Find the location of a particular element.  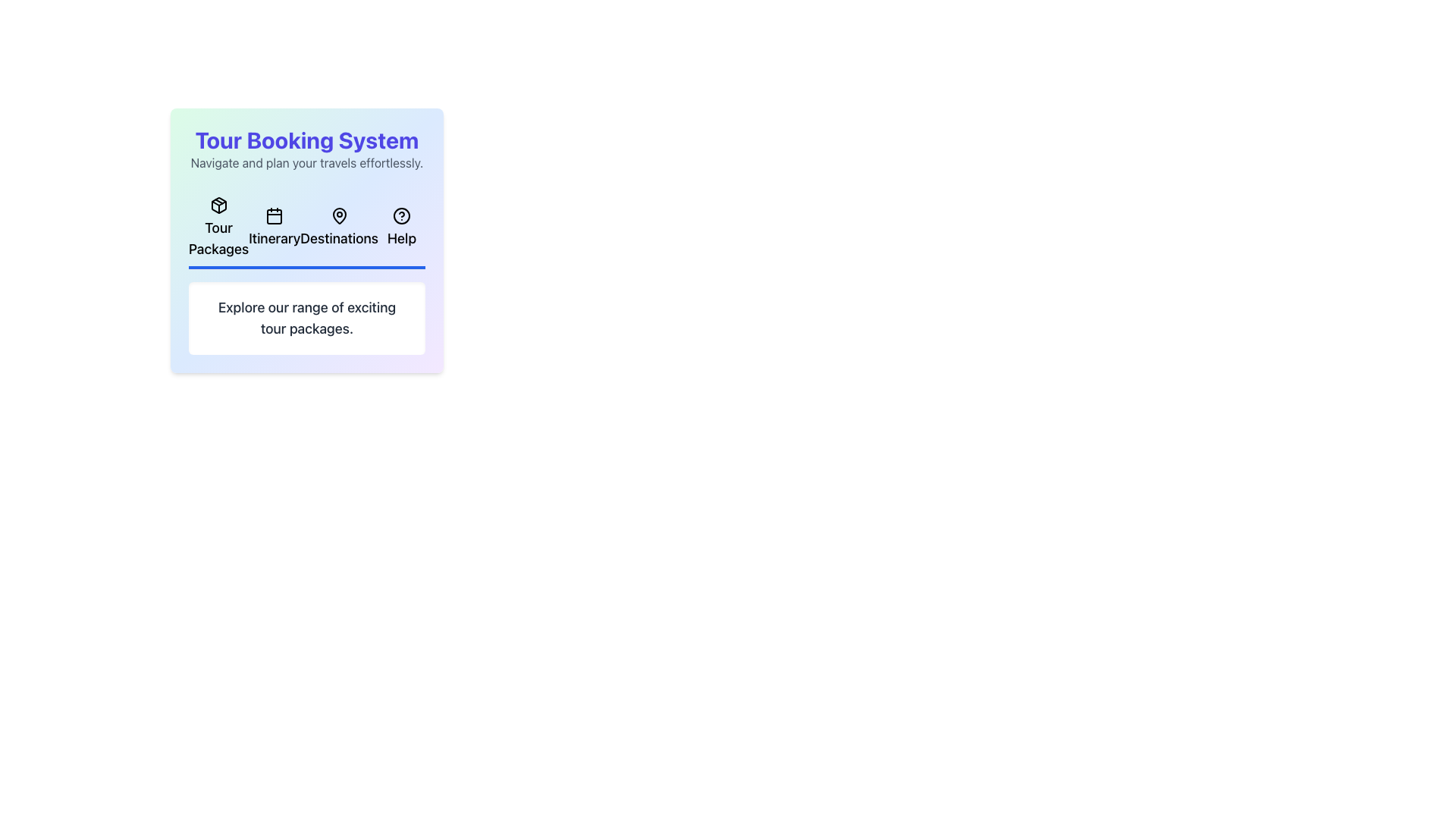

the outer circular portion of the 'Help' icon, which is represented as a vector graphic (SVG) with a question mark inside it, located at the far-right end of the horizontal row of icons is located at coordinates (401, 216).